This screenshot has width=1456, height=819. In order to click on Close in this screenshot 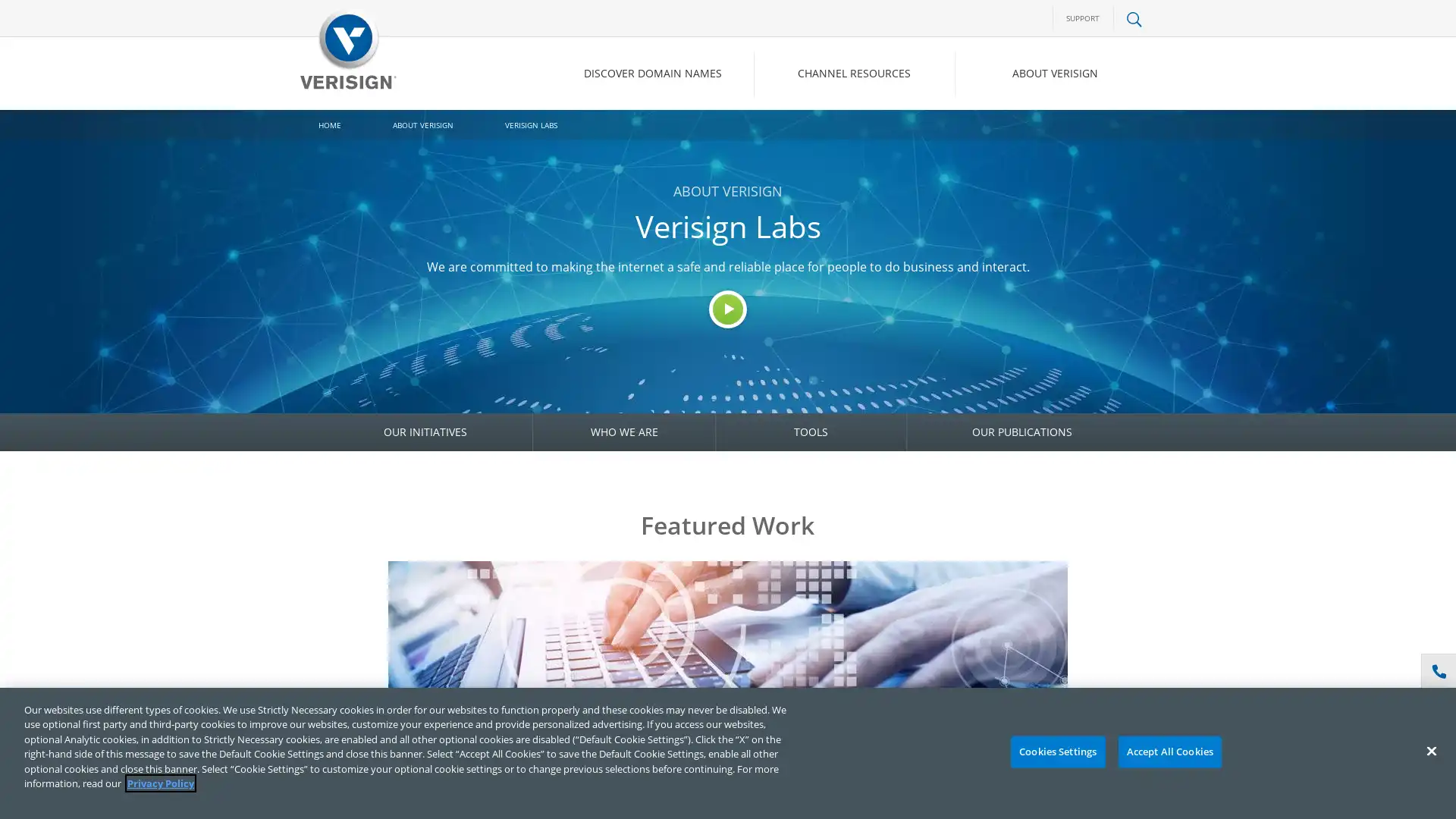, I will do `click(1430, 751)`.